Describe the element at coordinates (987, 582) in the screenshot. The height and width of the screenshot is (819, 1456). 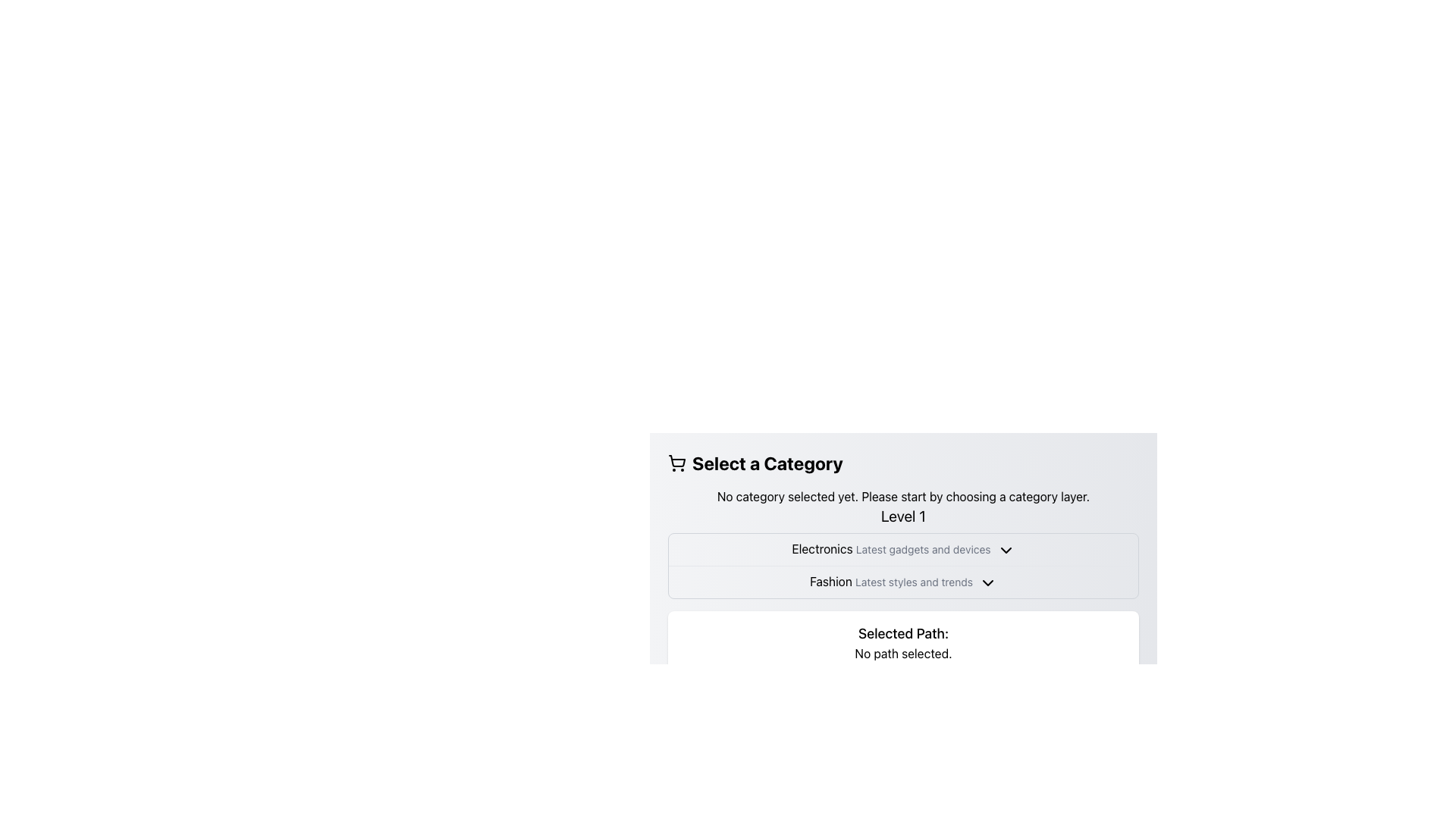
I see `the downward-facing chevron icon located to the right of the text 'Fashion Latest styles and trends'` at that location.